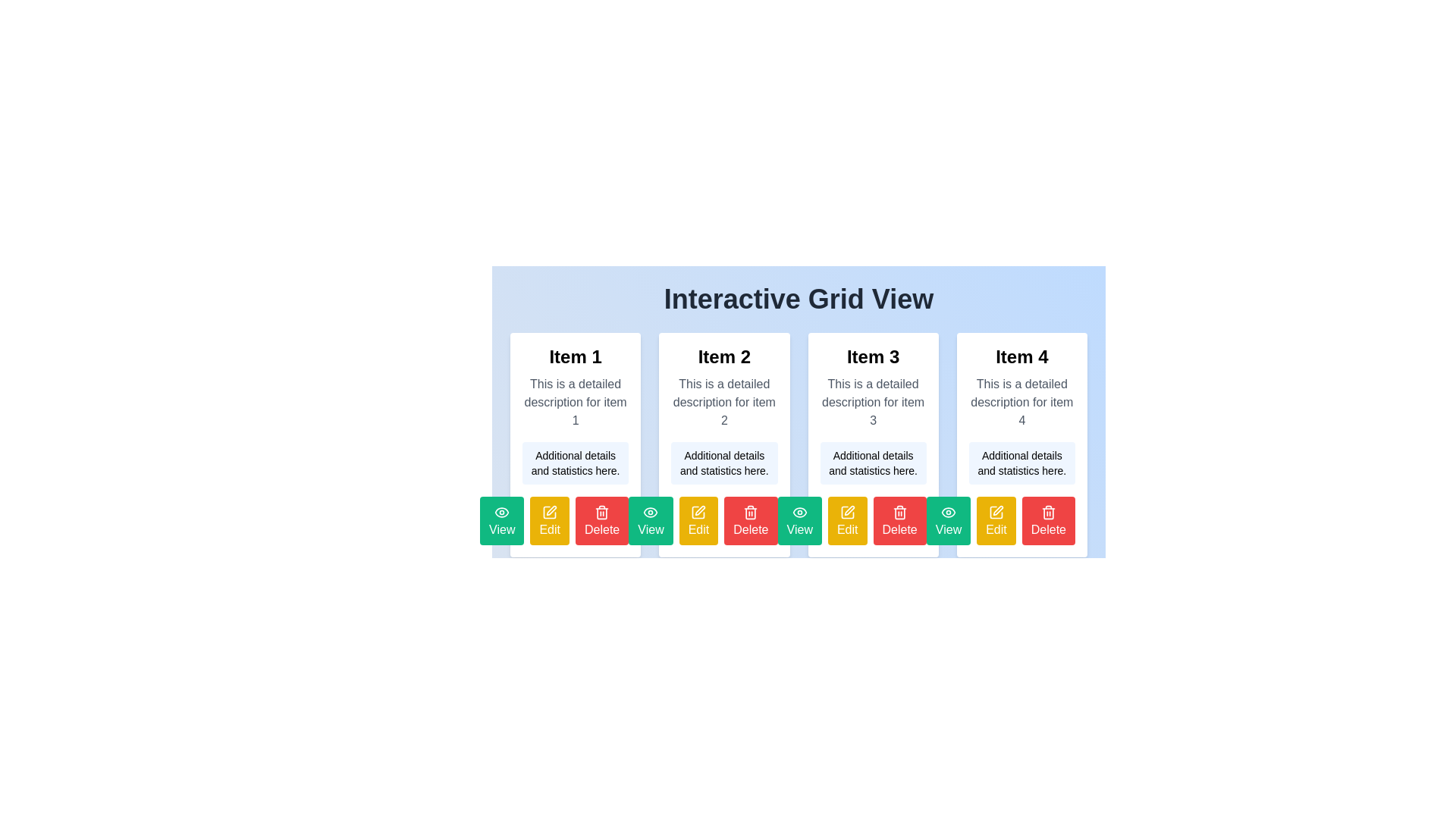 The image size is (1456, 819). What do you see at coordinates (502, 519) in the screenshot?
I see `the first button from the left in the 'View Edit Delete' button group under 'Item 1'` at bounding box center [502, 519].